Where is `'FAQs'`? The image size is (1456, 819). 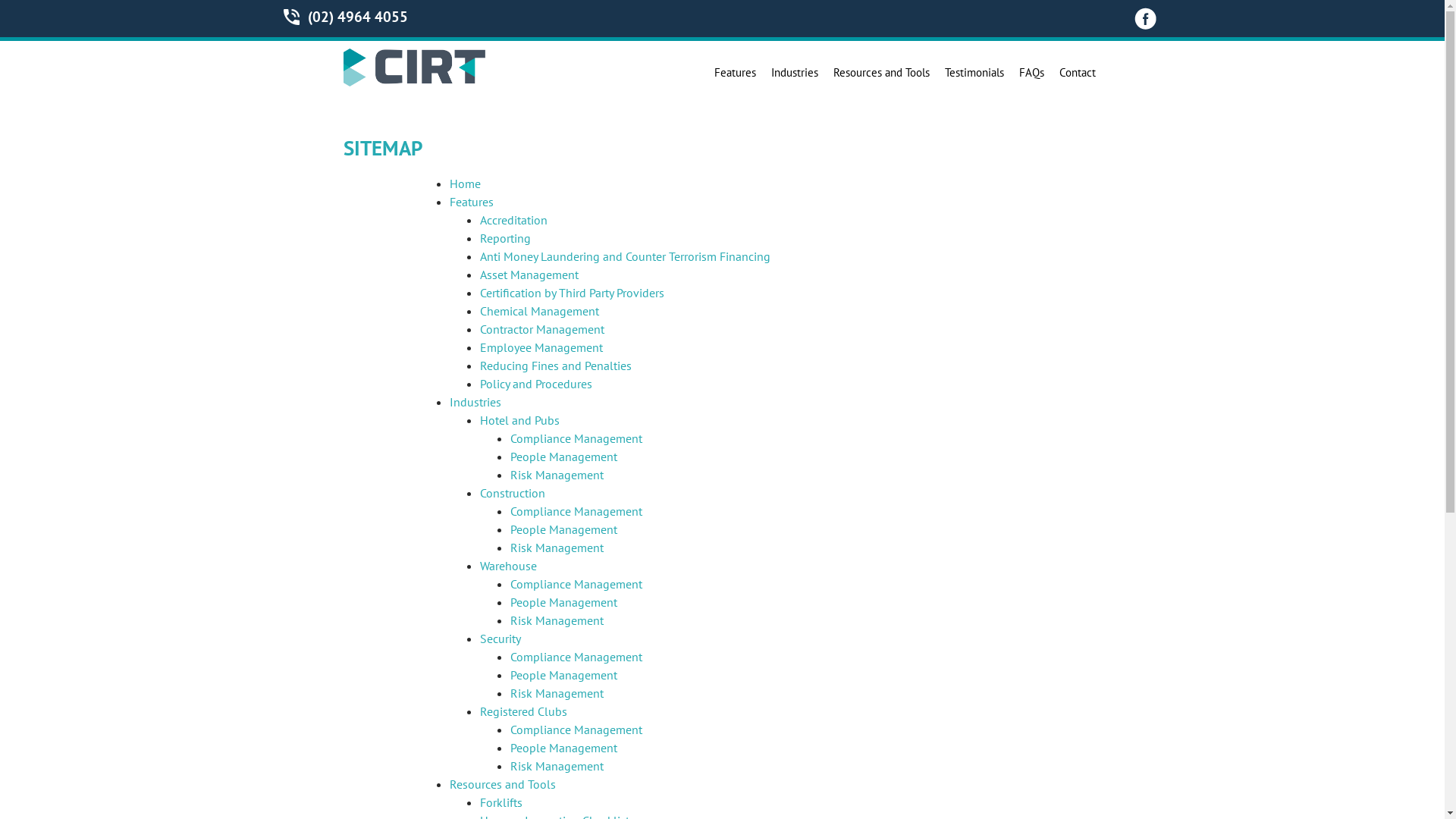
'FAQs' is located at coordinates (1031, 73).